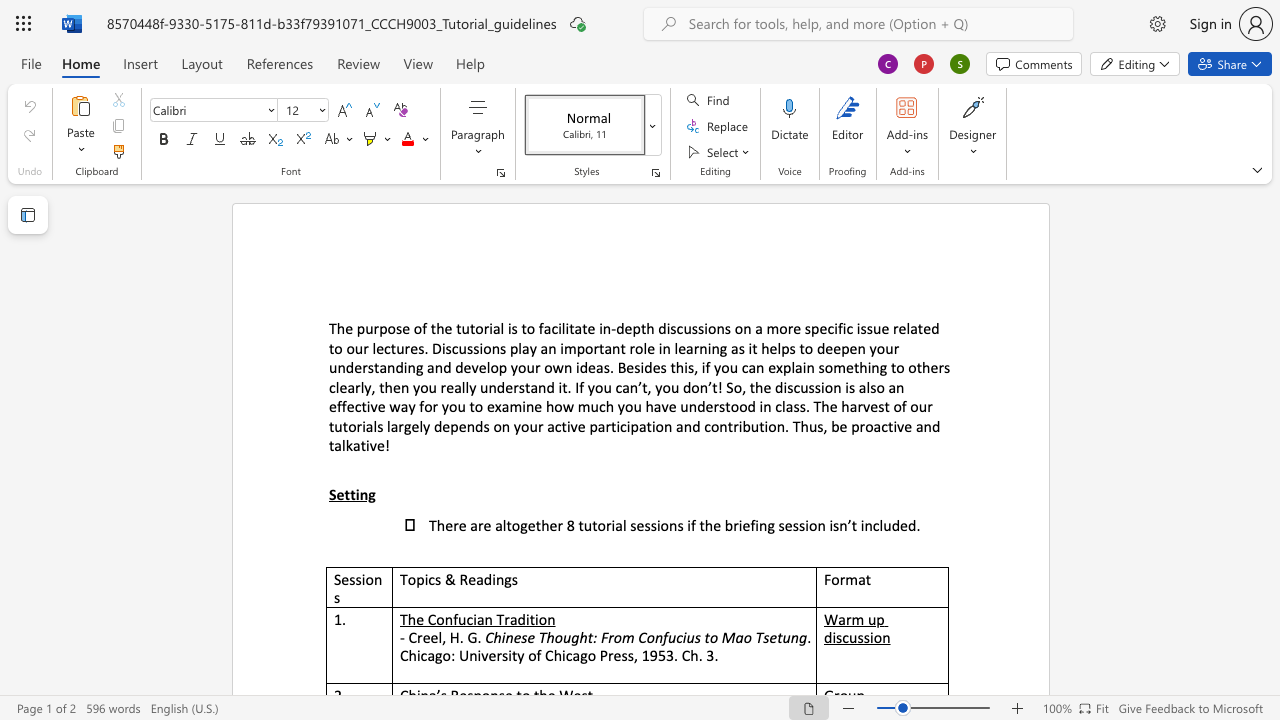 Image resolution: width=1280 pixels, height=720 pixels. I want to click on the space between the continuous character "h" and "i" in the text, so click(500, 637).